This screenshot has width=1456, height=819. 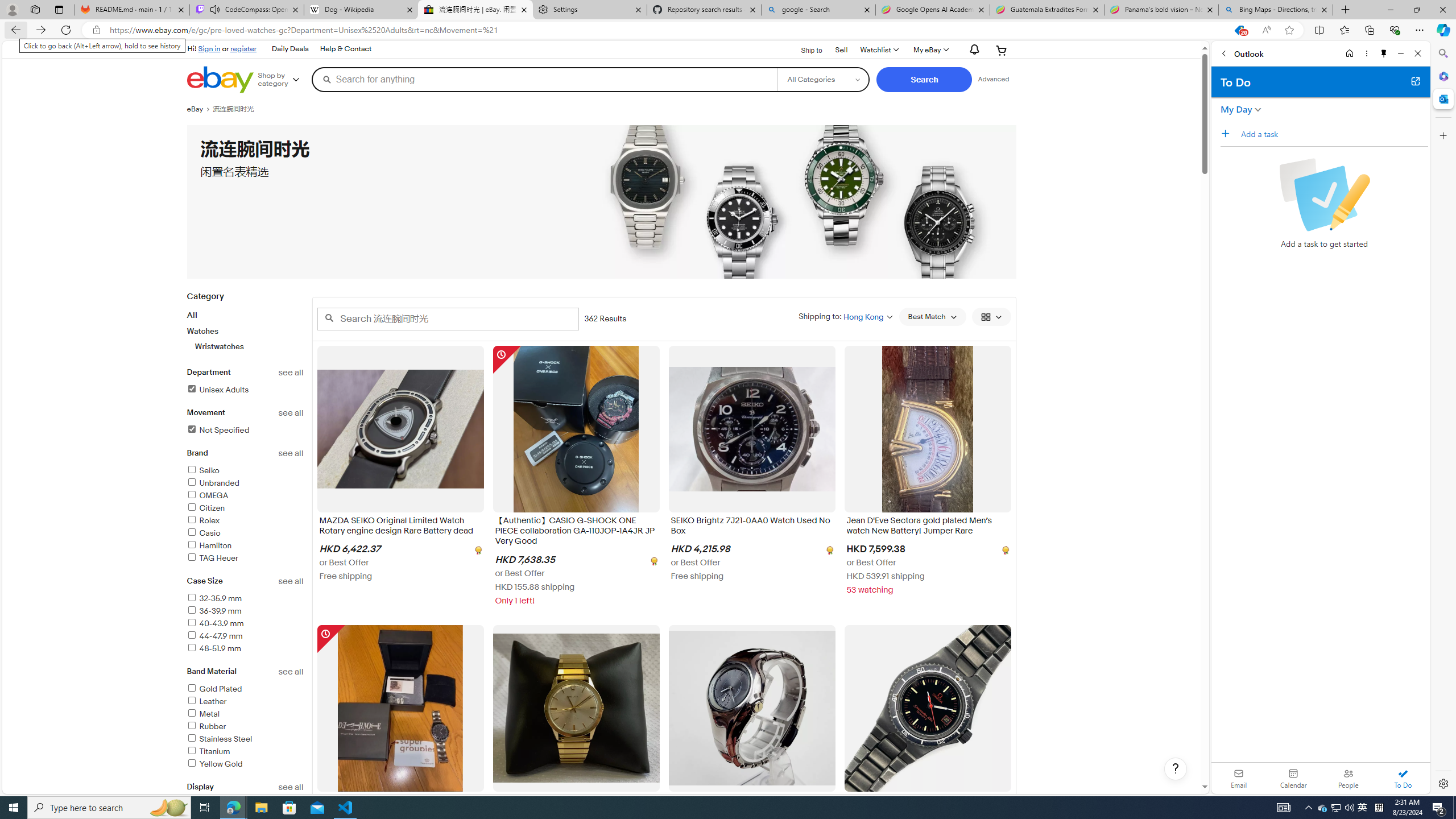 What do you see at coordinates (245, 508) in the screenshot?
I see `'Citizen'` at bounding box center [245, 508].